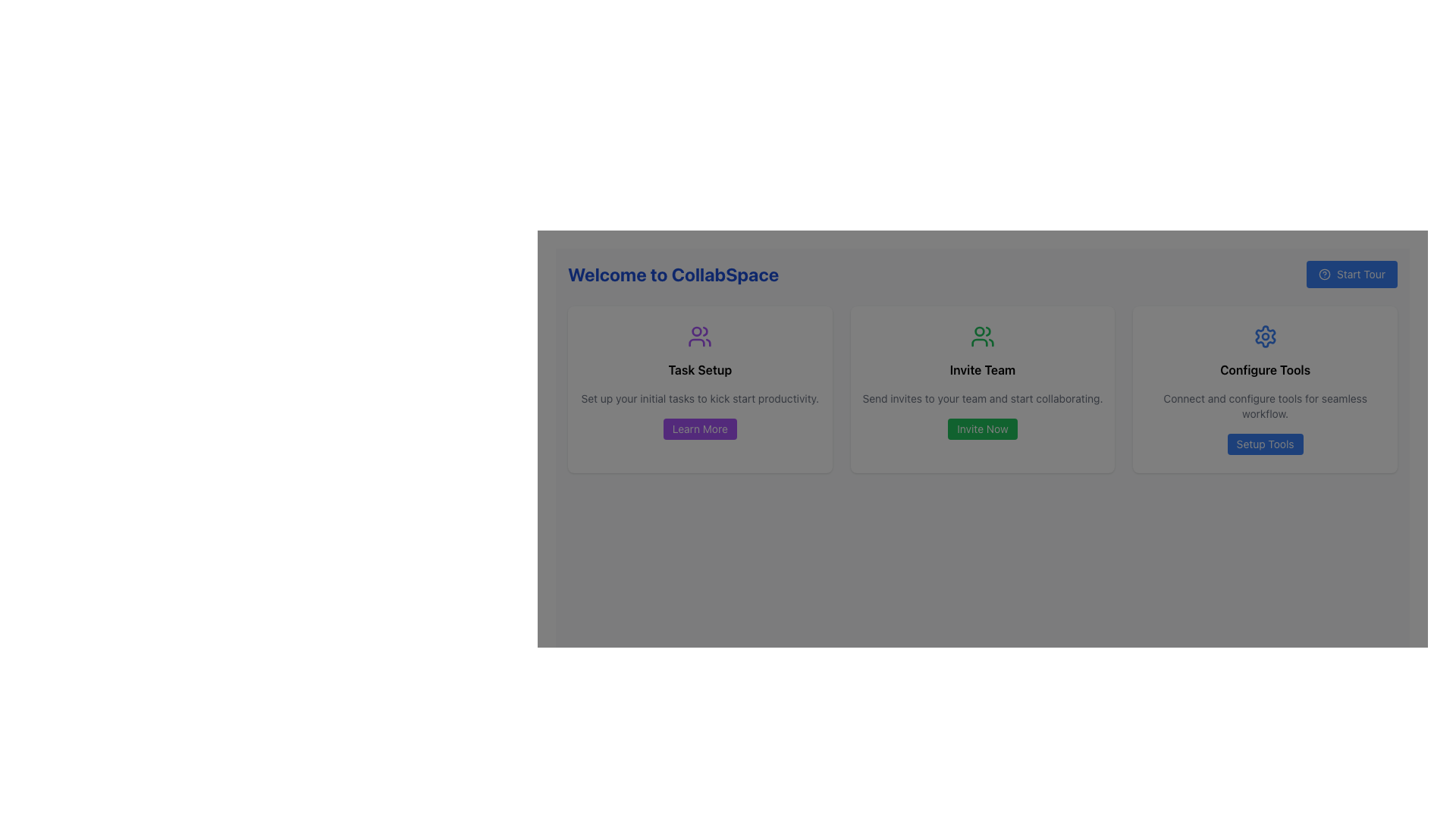 The width and height of the screenshot is (1456, 819). What do you see at coordinates (983, 370) in the screenshot?
I see `the Text Label that serves as a title for inviting team members, located on the second card from the left in a three-card row layout, directly below a green user icon and above the description and 'Invite Now' button` at bounding box center [983, 370].